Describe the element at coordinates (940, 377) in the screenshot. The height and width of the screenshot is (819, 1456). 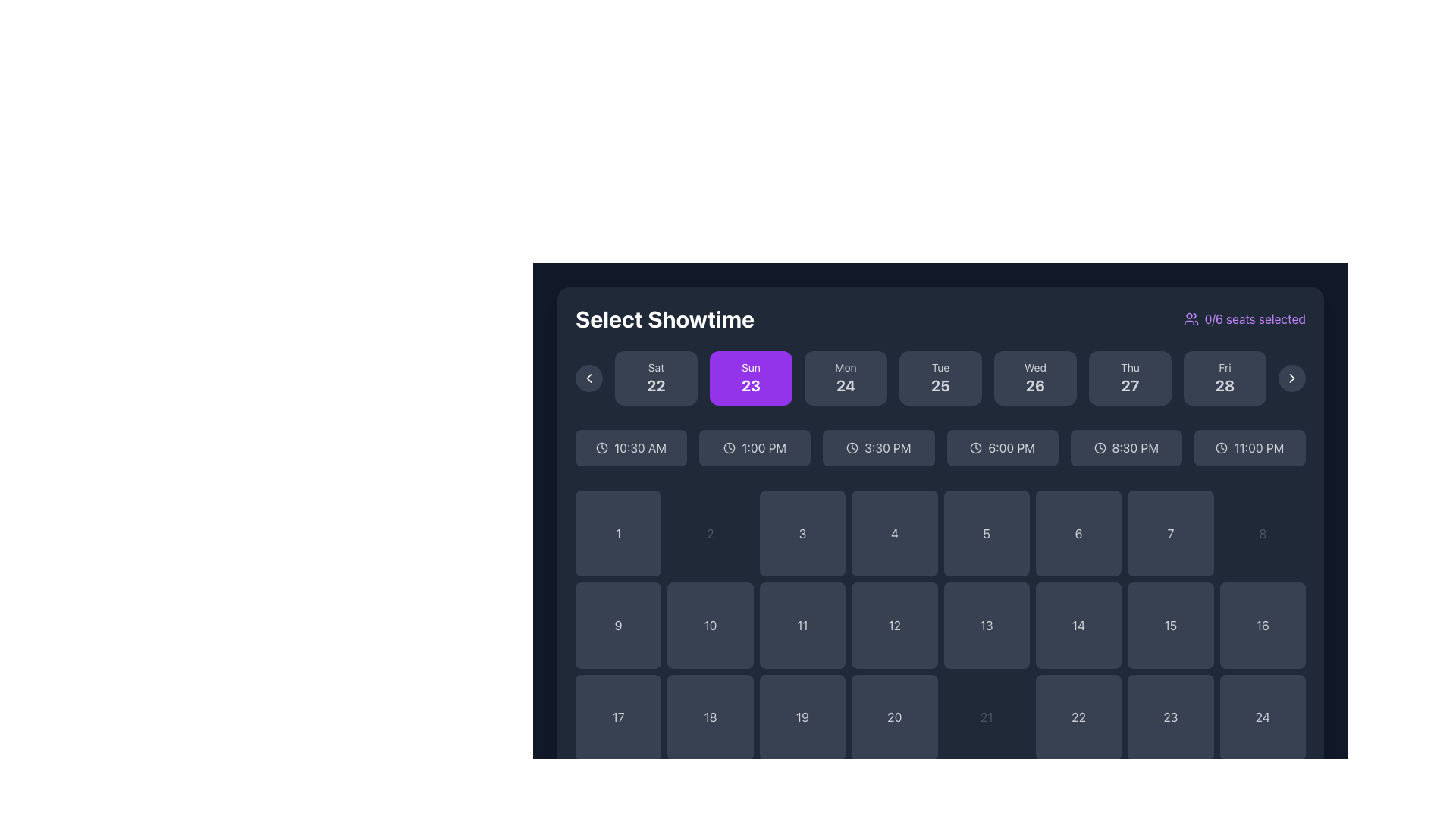
I see `the button` at that location.